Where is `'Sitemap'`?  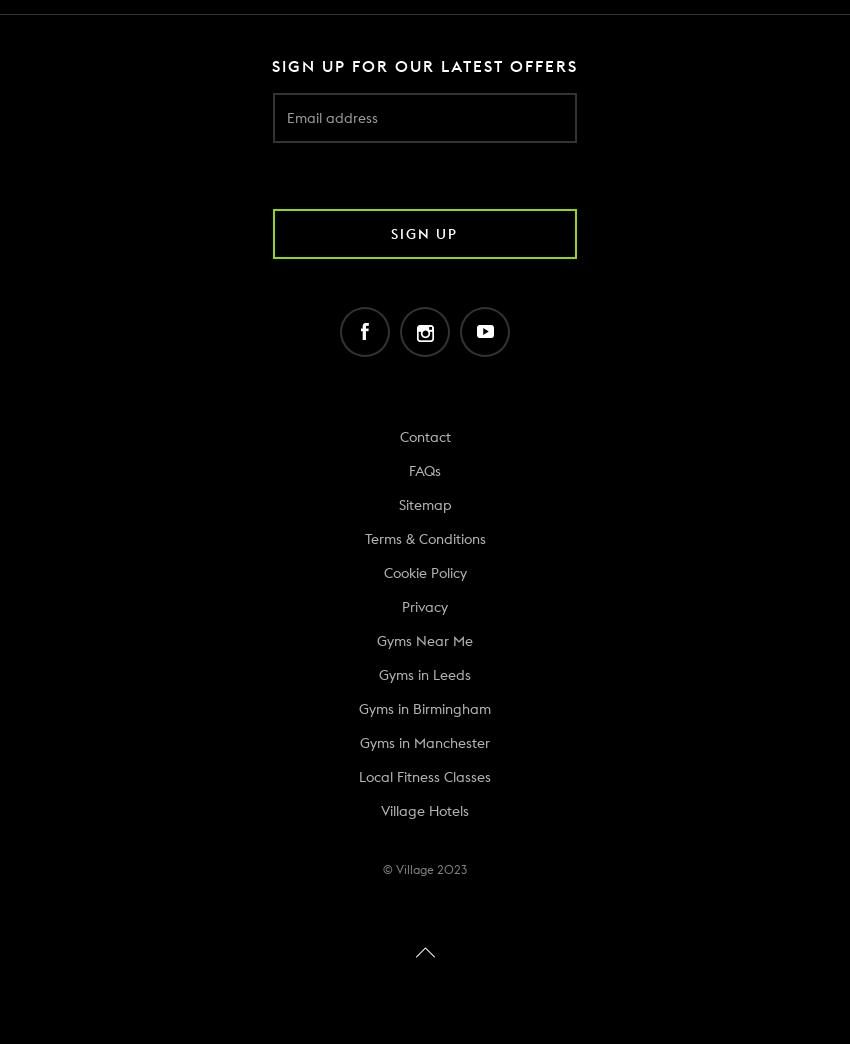 'Sitemap' is located at coordinates (424, 504).